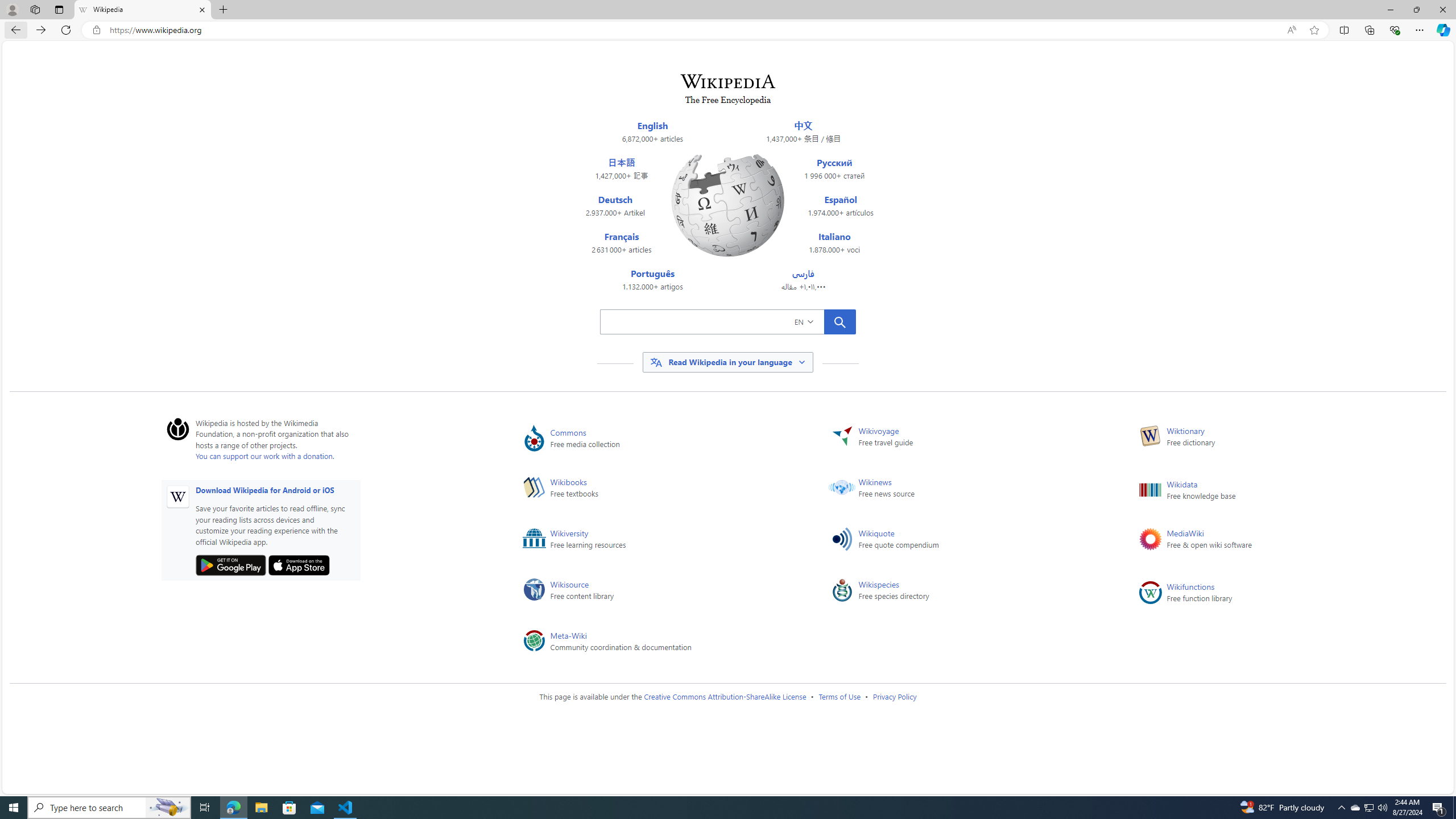 The width and height of the screenshot is (1456, 819). What do you see at coordinates (40, 29) in the screenshot?
I see `'Forward'` at bounding box center [40, 29].